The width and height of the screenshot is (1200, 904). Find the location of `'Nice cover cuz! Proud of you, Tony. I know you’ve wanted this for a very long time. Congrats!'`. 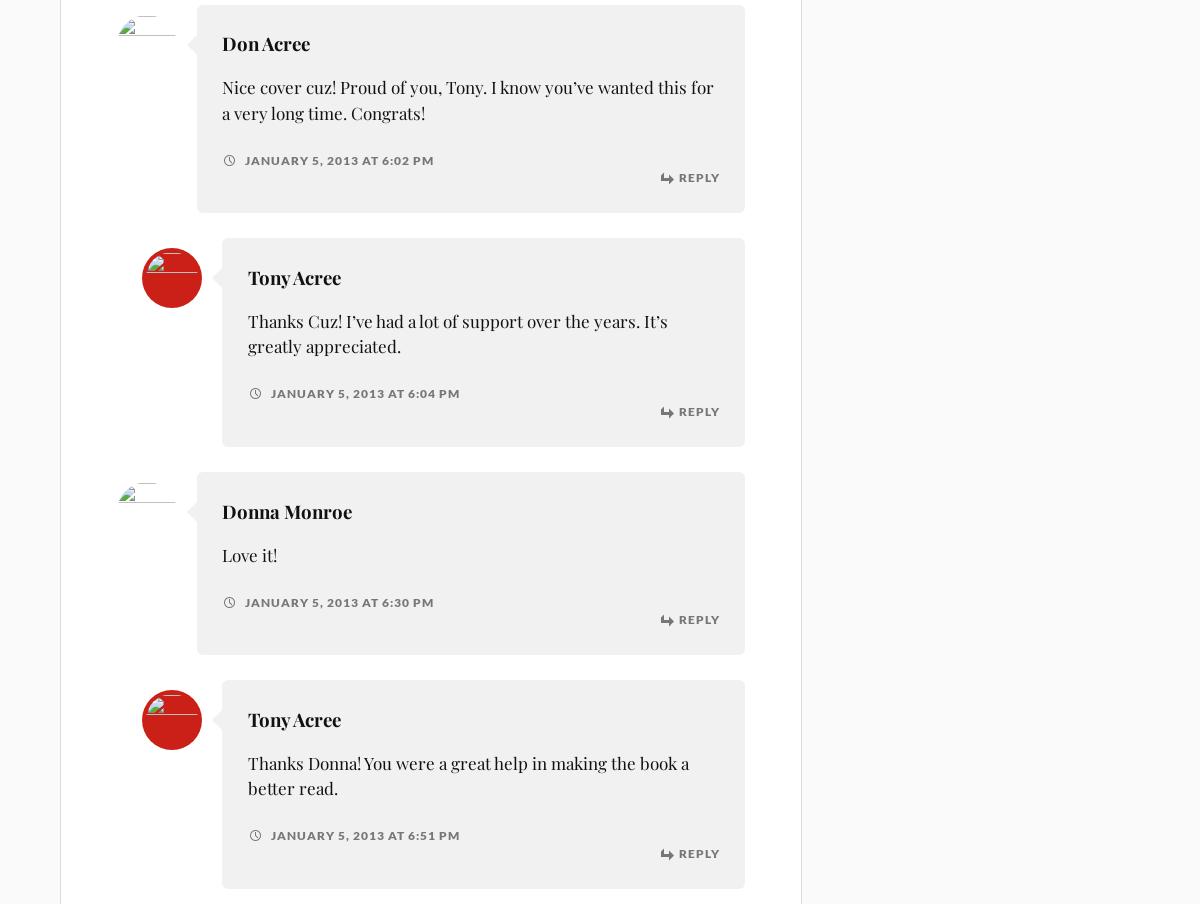

'Nice cover cuz! Proud of you, Tony. I know you’ve wanted this for a very long time. Congrats!' is located at coordinates (221, 99).